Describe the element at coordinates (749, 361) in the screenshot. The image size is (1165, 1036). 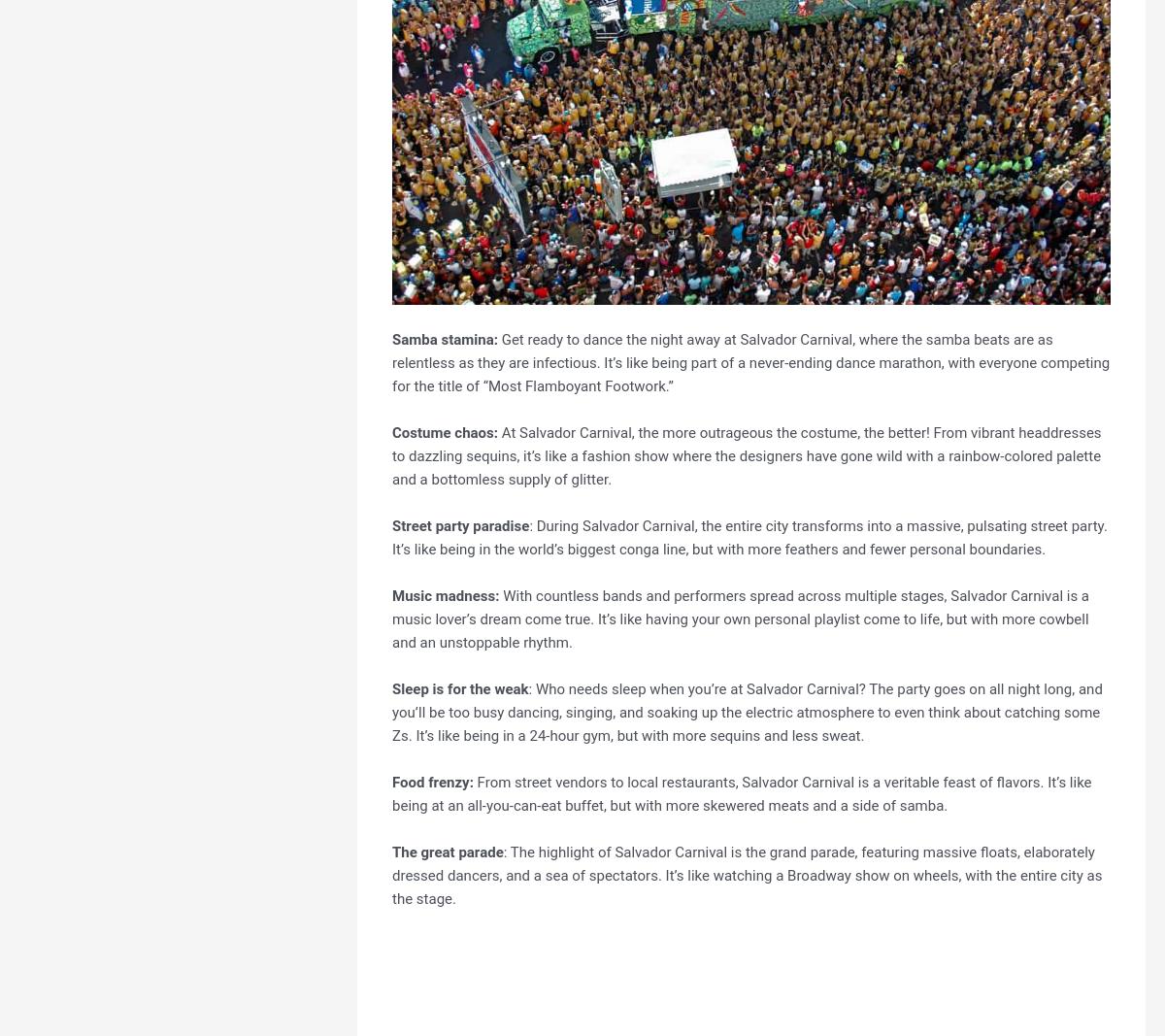
I see `'Get ready to dance the night away at Salvador Carnival, where the samba beats are as relentless as they are infectious. It’s like being part of a never-ending dance marathon, with everyone competing for the title of “Most Flamboyant Footwork.”'` at that location.